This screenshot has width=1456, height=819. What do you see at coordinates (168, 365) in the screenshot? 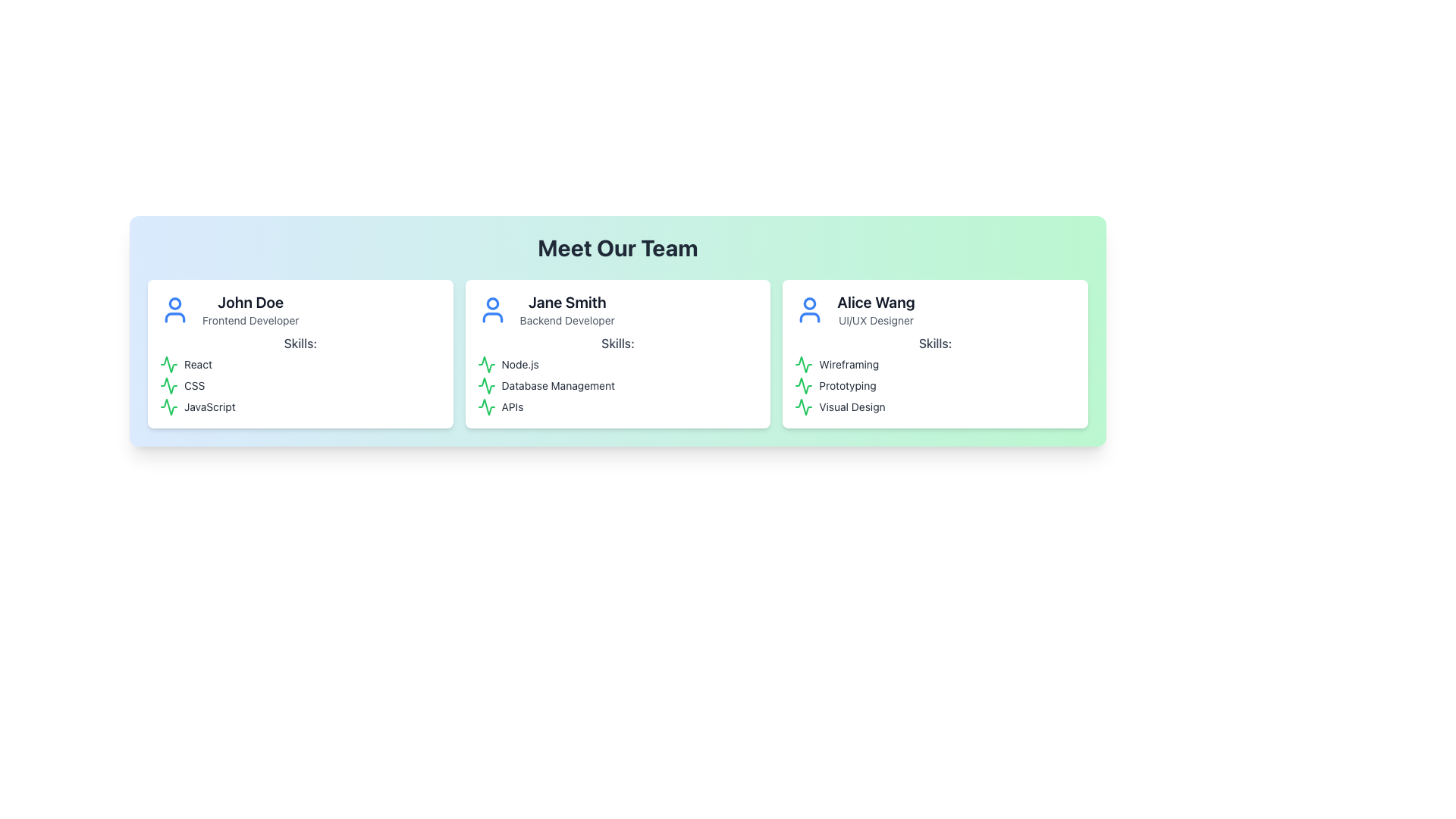
I see `the green waveform icon representing a skill in the leftmost card labeled 'John Doe' and 'Frontend Developer'` at bounding box center [168, 365].